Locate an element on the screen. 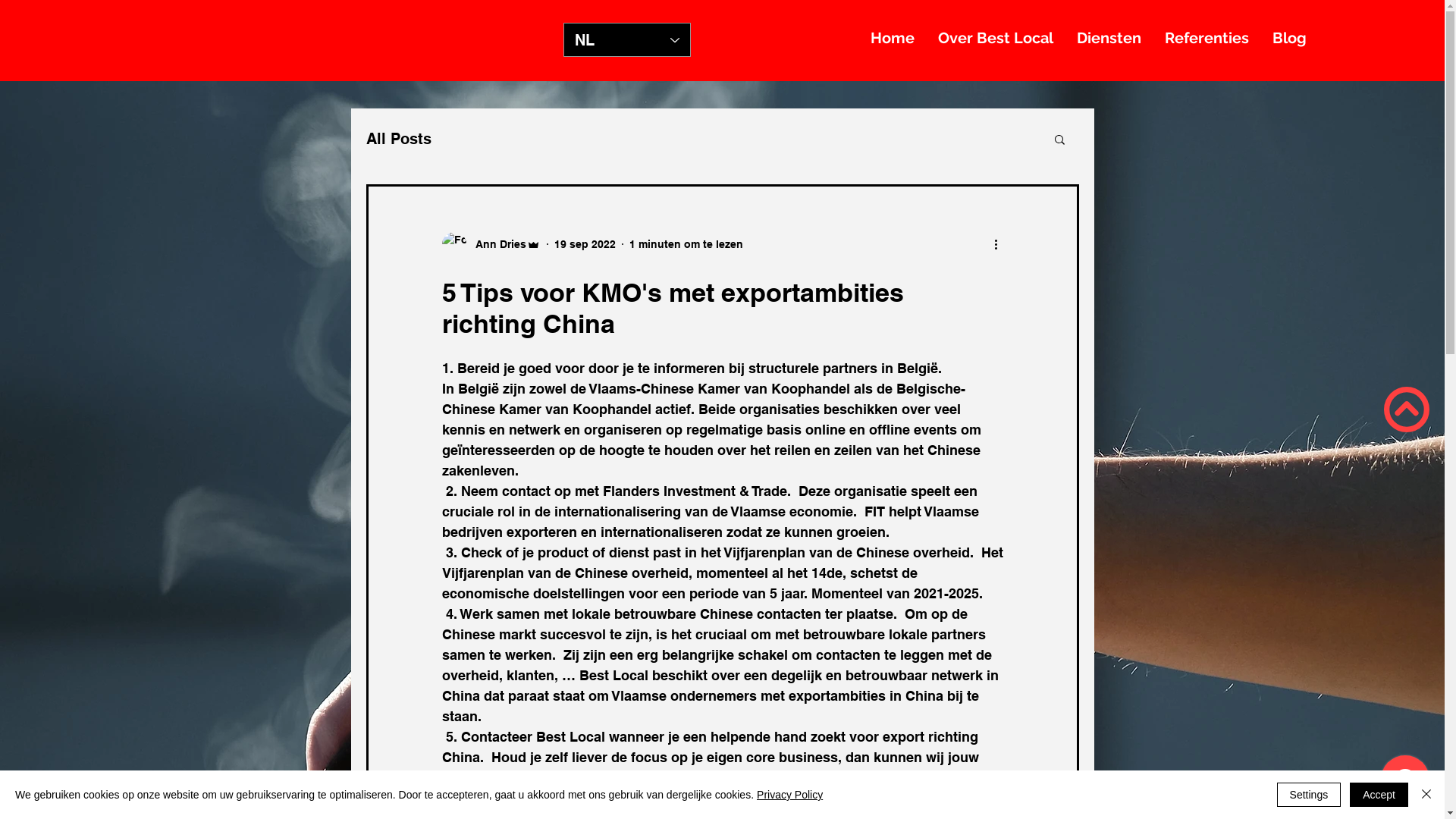  'Settings' is located at coordinates (1308, 794).